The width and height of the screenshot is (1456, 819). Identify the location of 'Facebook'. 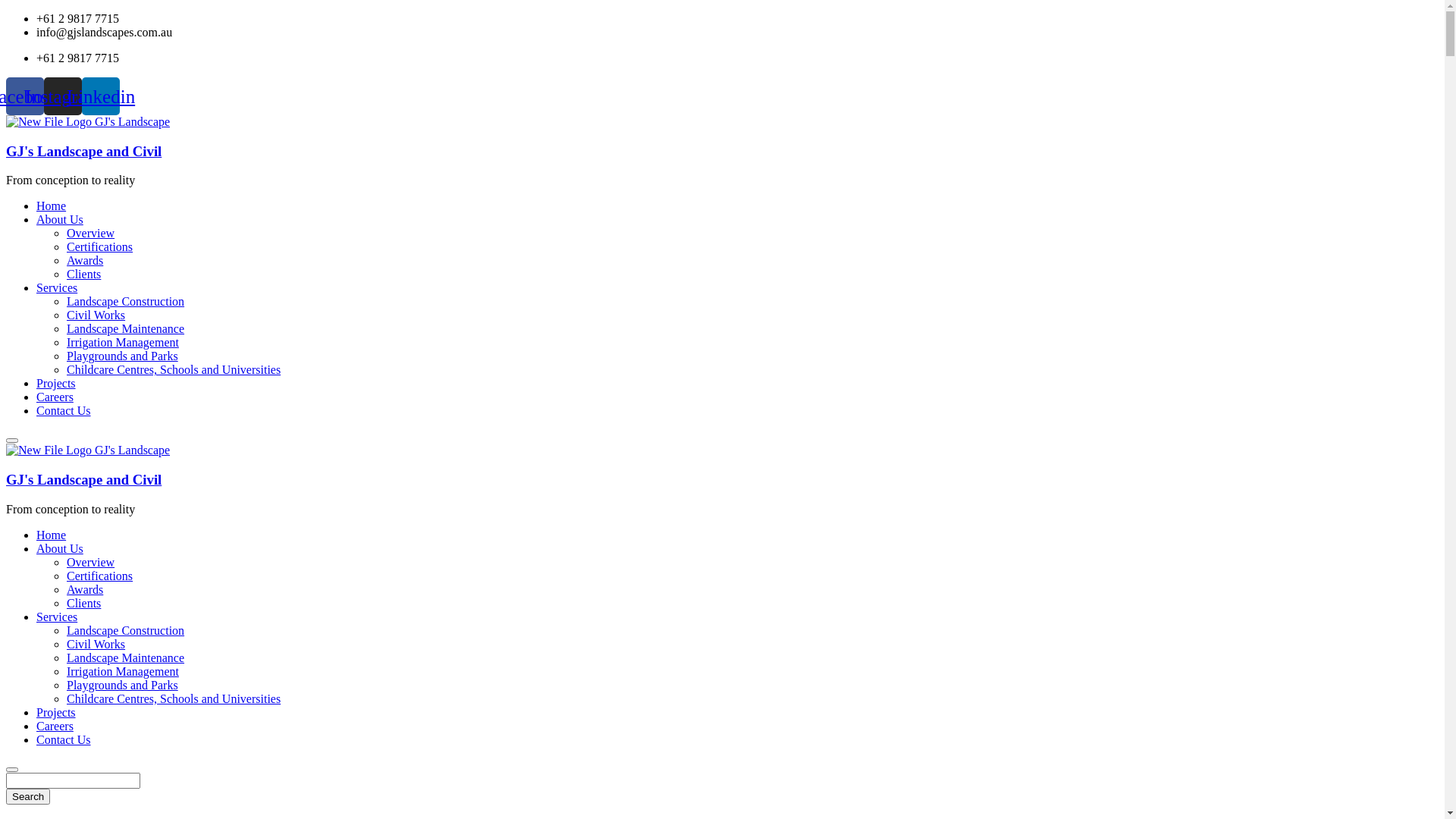
(25, 96).